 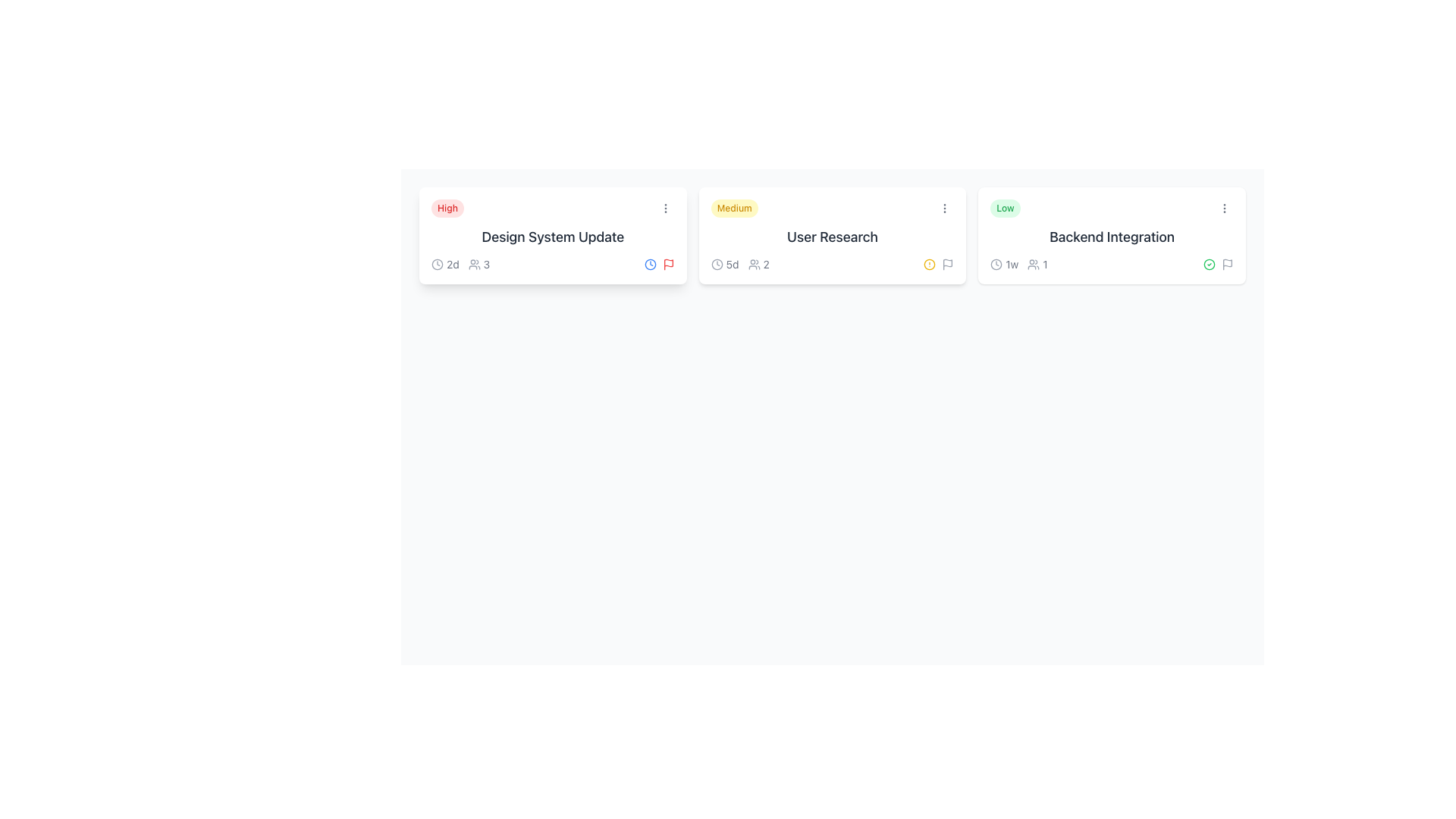 What do you see at coordinates (1004, 263) in the screenshot?
I see `the time indicator icon located at the top-right corner of the 'Backend Integration' card` at bounding box center [1004, 263].